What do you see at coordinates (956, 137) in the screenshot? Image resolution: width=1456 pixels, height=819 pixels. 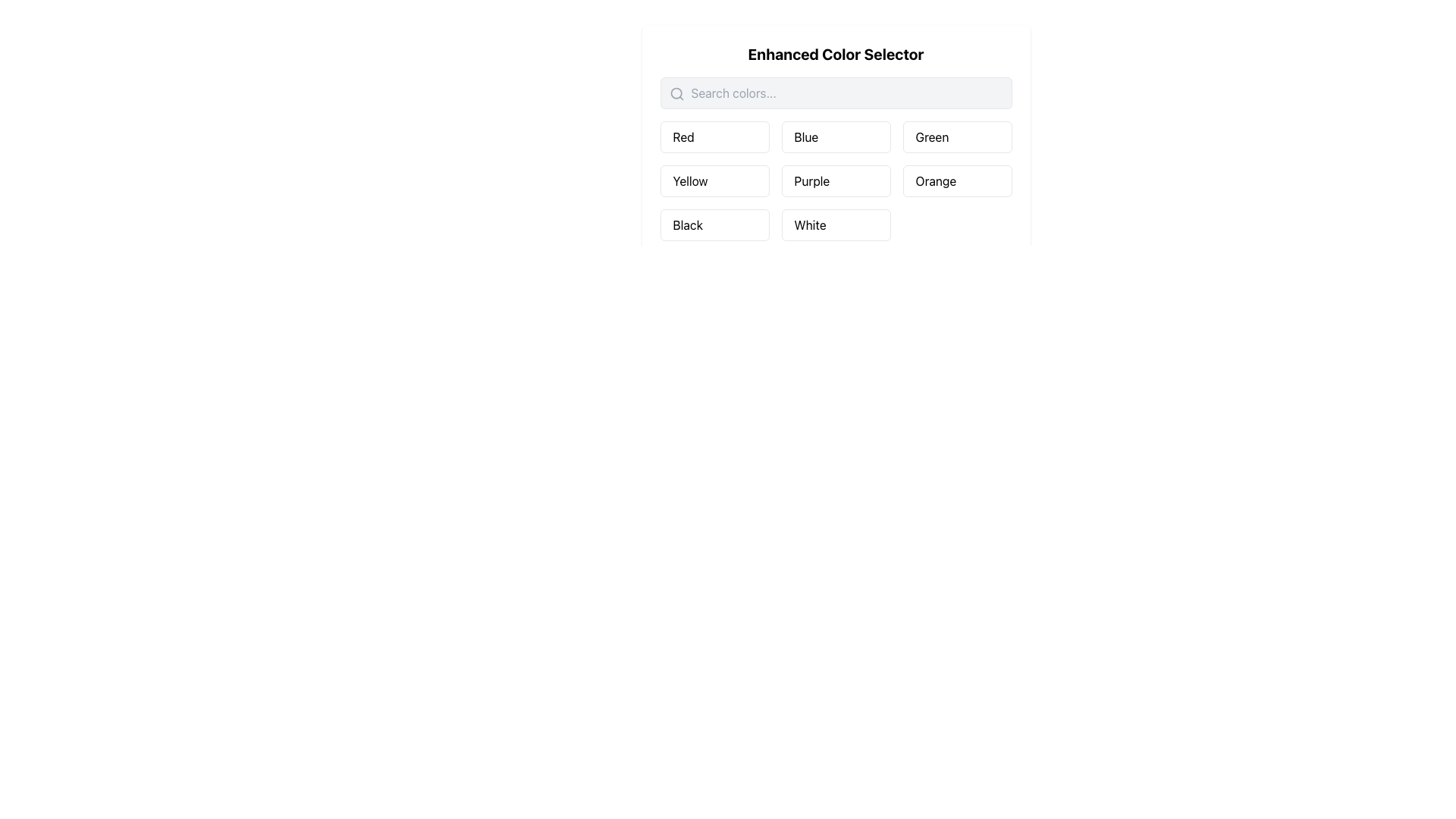 I see `the 'Green' button, which is the third button in the first row of a grid layout containing multiple colored buttons` at bounding box center [956, 137].